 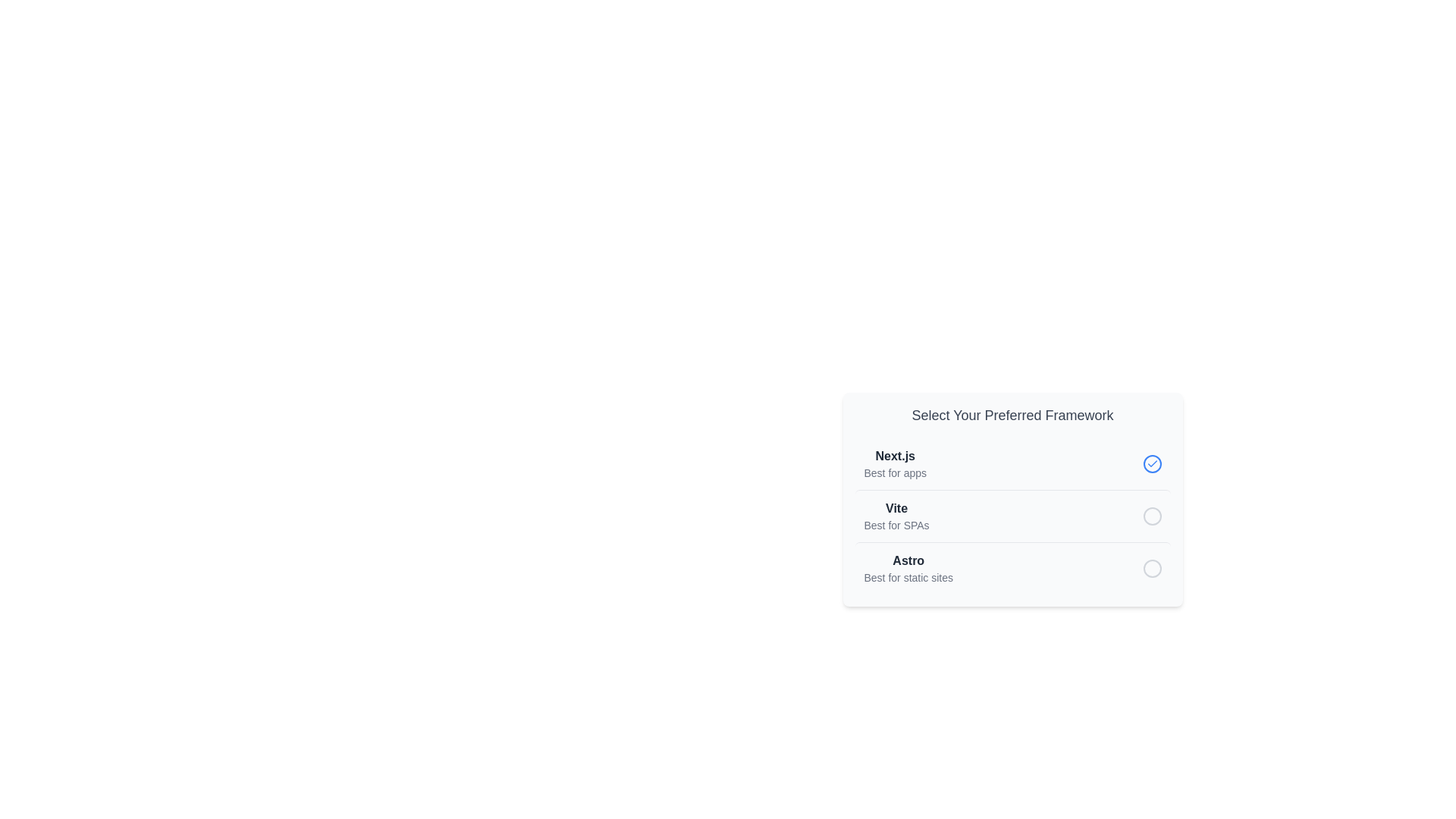 I want to click on state of the blue checkmark icon within the circular border located in the top right of the 'Next.js' selection option, so click(x=1152, y=463).